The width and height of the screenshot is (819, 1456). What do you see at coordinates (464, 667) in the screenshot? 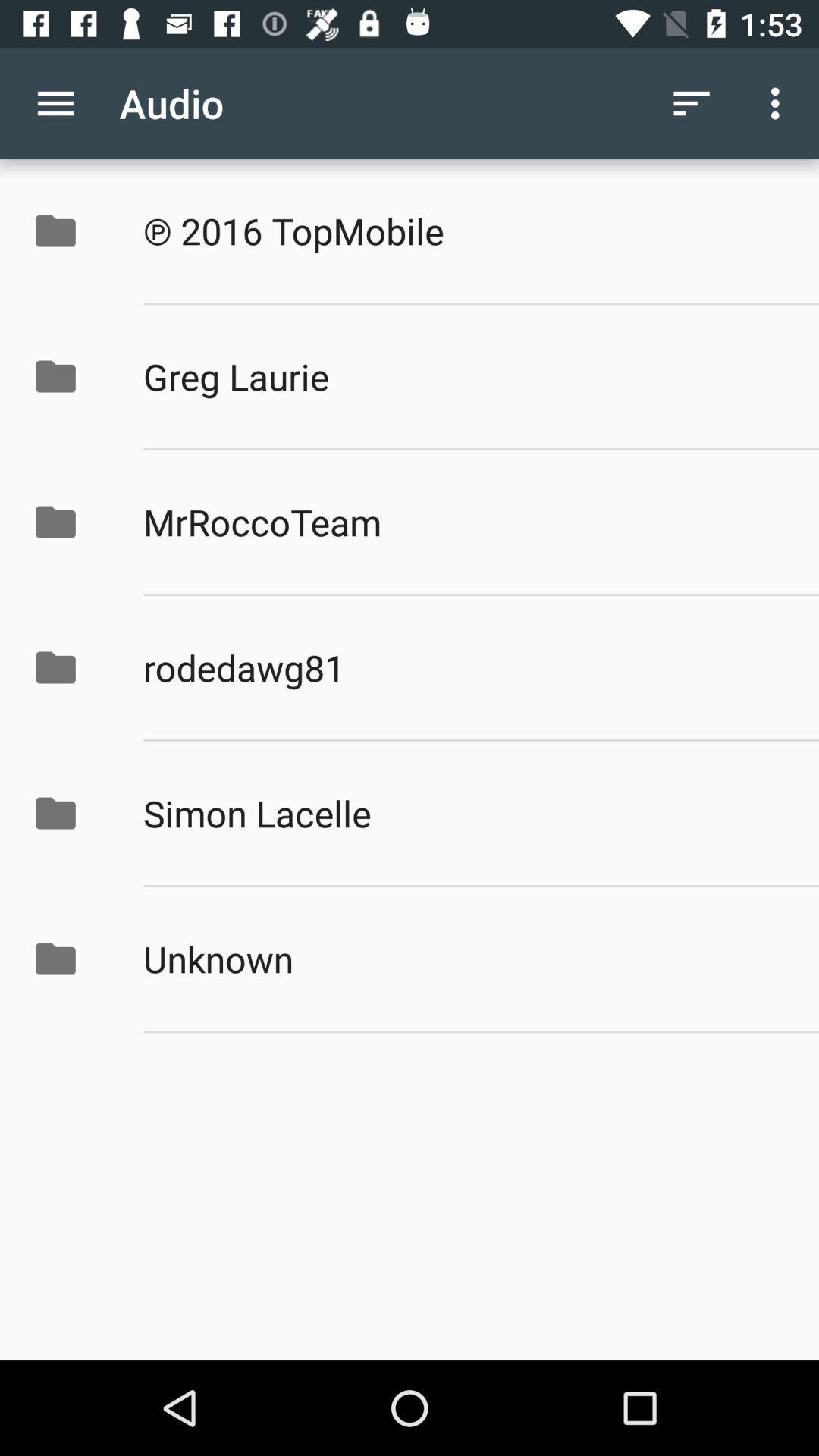
I see `the icon above simon lacelle icon` at bounding box center [464, 667].